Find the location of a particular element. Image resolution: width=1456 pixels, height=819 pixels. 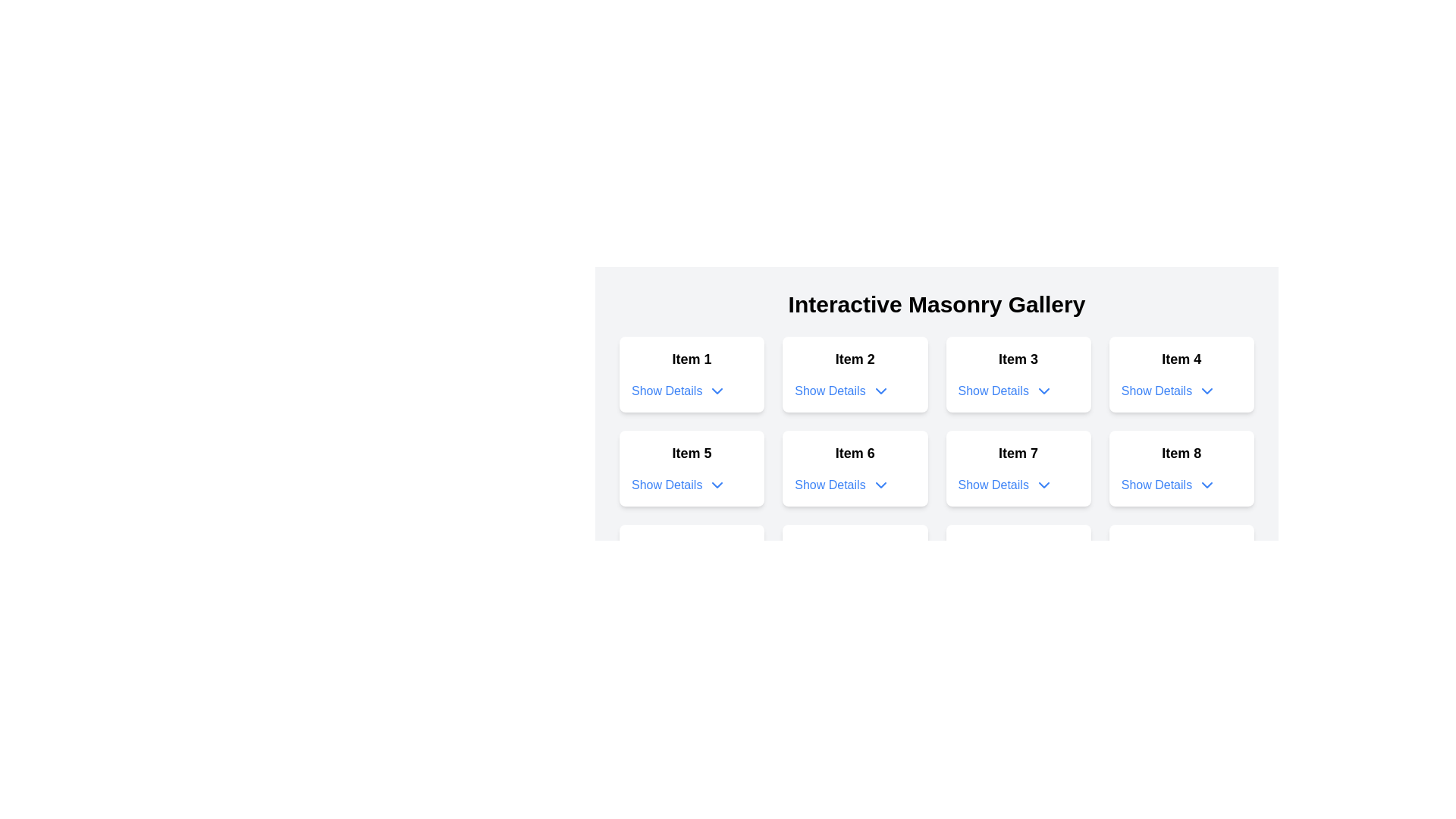

the clickable text link located beneath the title 'Item 6' in the middle-right portion of the layout to show more details is located at coordinates (829, 485).